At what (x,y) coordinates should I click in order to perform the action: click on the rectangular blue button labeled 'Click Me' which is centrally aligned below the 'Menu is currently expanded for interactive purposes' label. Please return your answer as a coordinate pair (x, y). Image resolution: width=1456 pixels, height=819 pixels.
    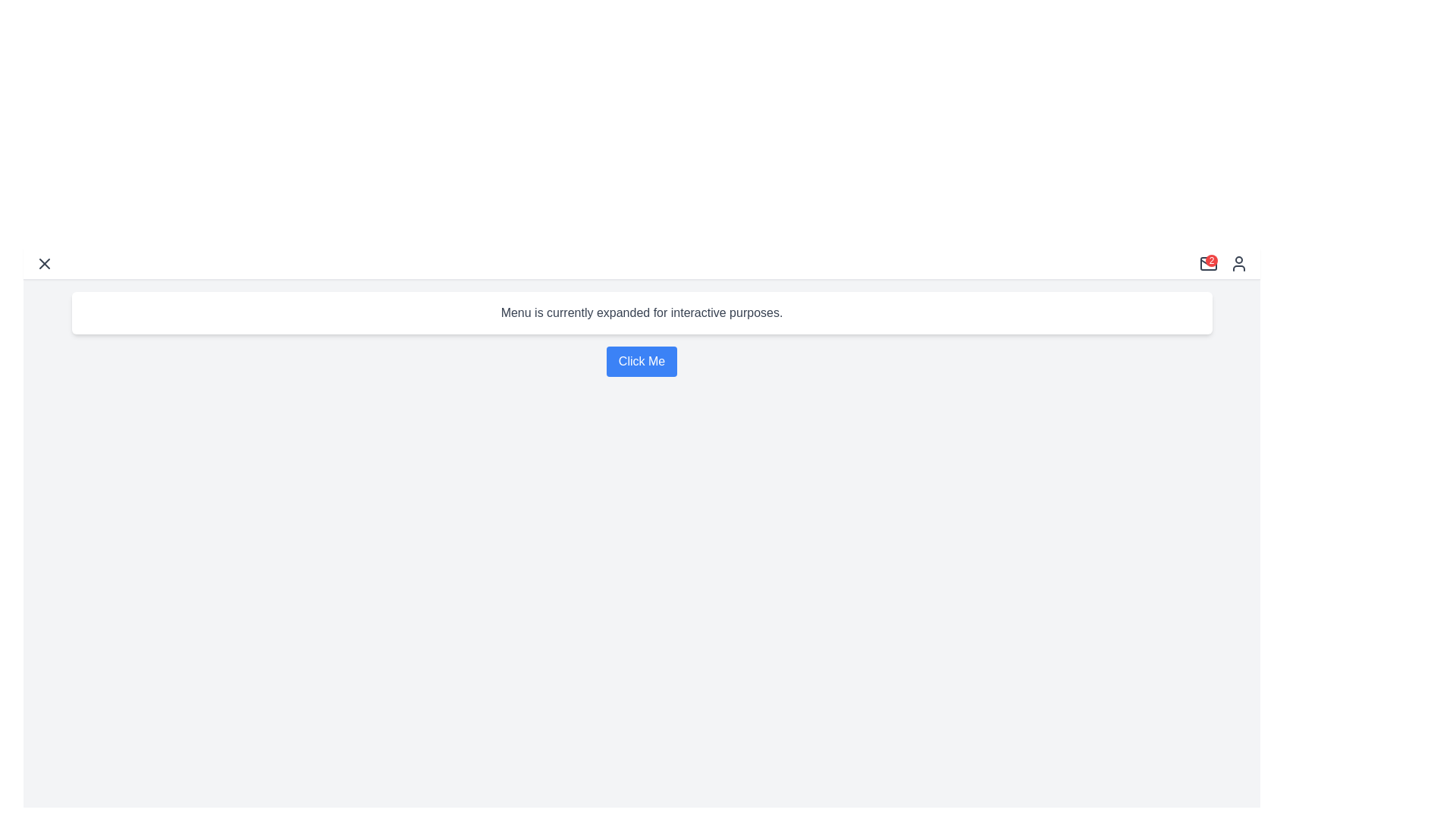
    Looking at the image, I should click on (642, 362).